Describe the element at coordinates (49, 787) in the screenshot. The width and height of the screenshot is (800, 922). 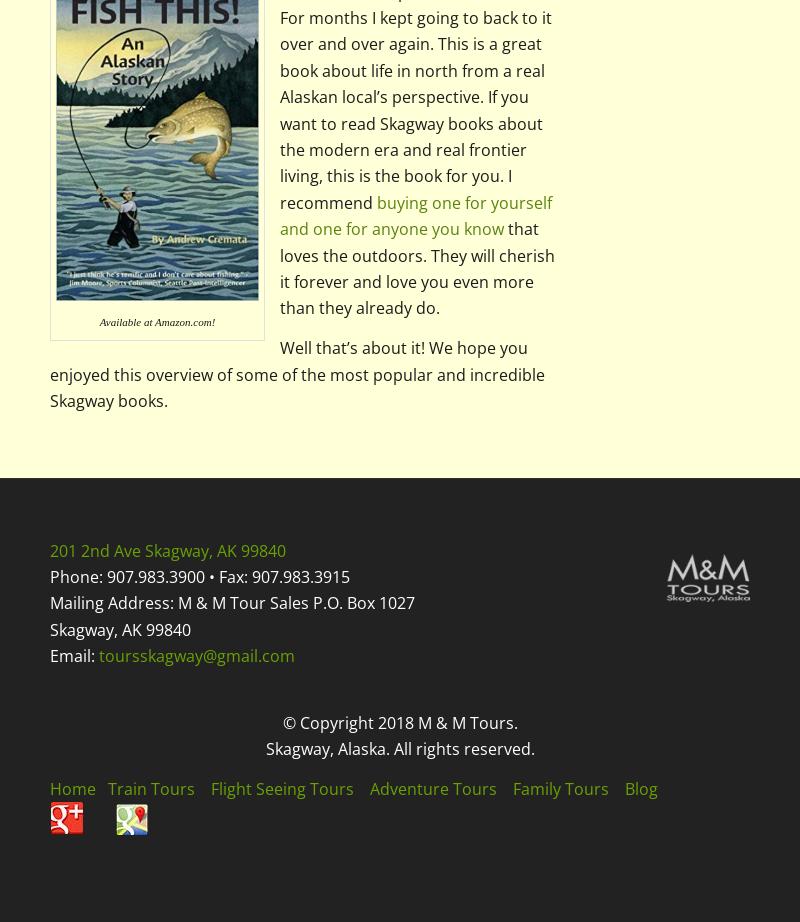
I see `'Home'` at that location.